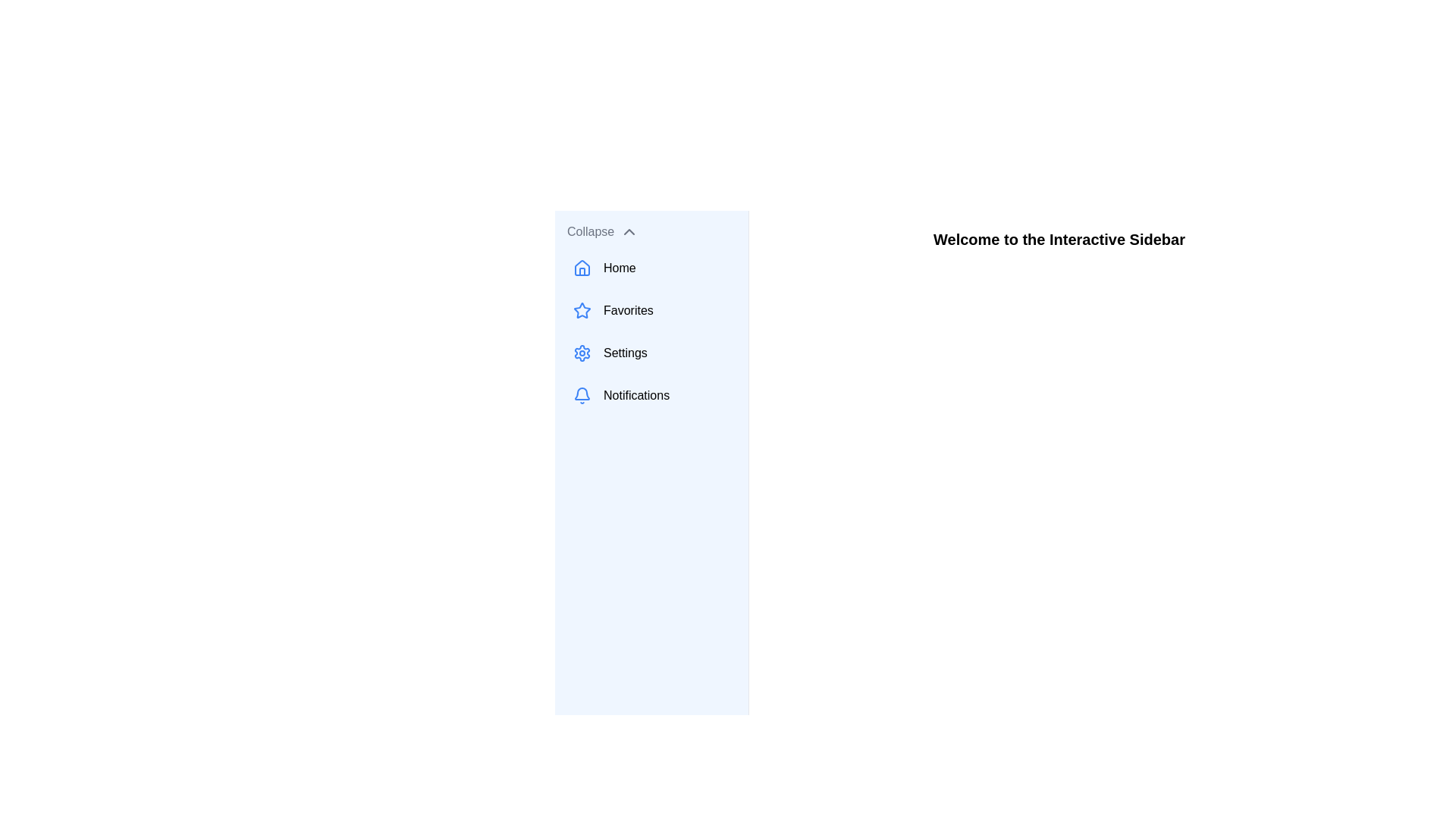 The image size is (1456, 819). I want to click on the notification icon located in the sidebar's 'Notifications' section, to the left of the label 'Notifications', so click(582, 394).